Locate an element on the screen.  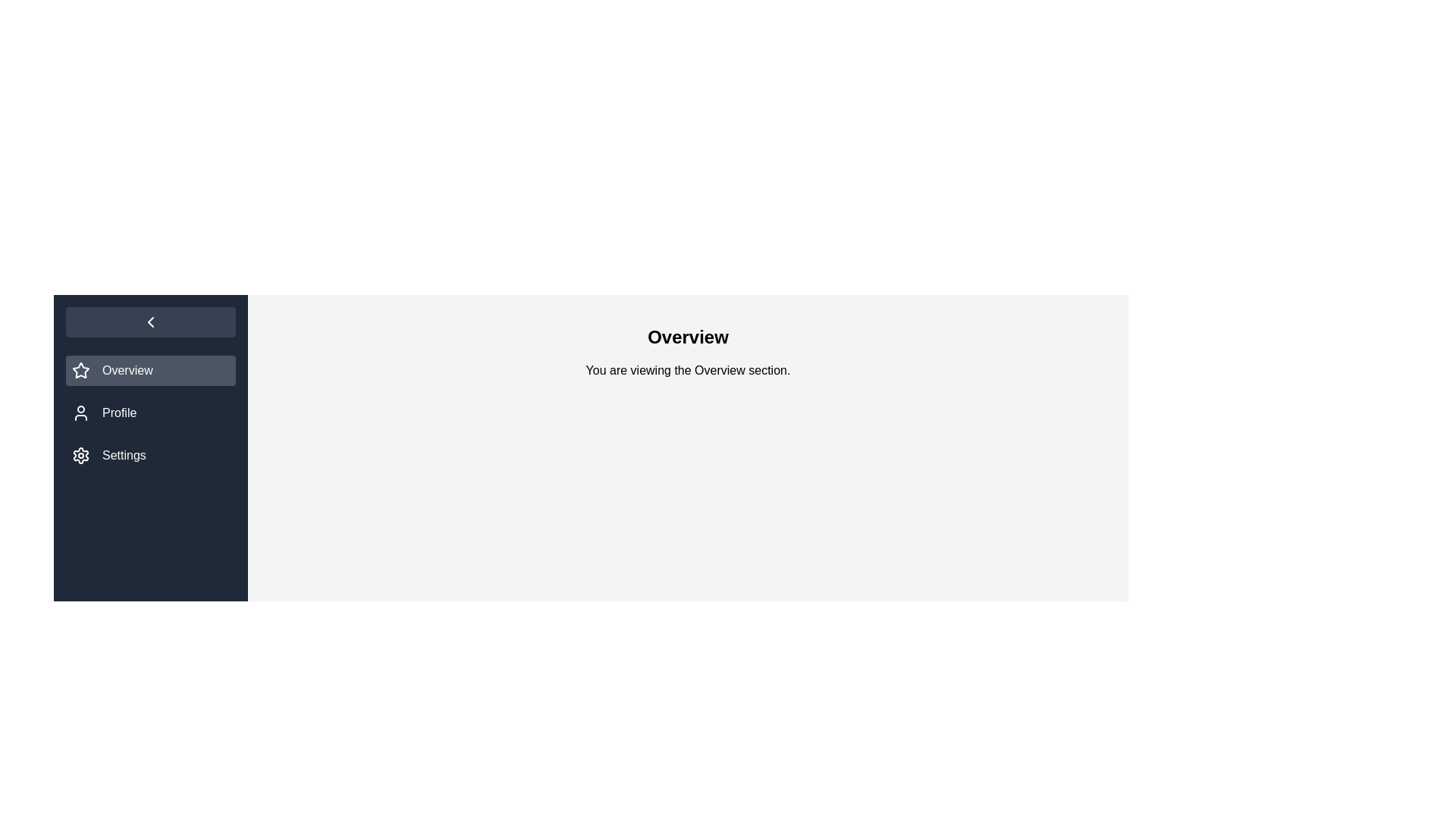
the Profile tab from the menu is located at coordinates (150, 413).